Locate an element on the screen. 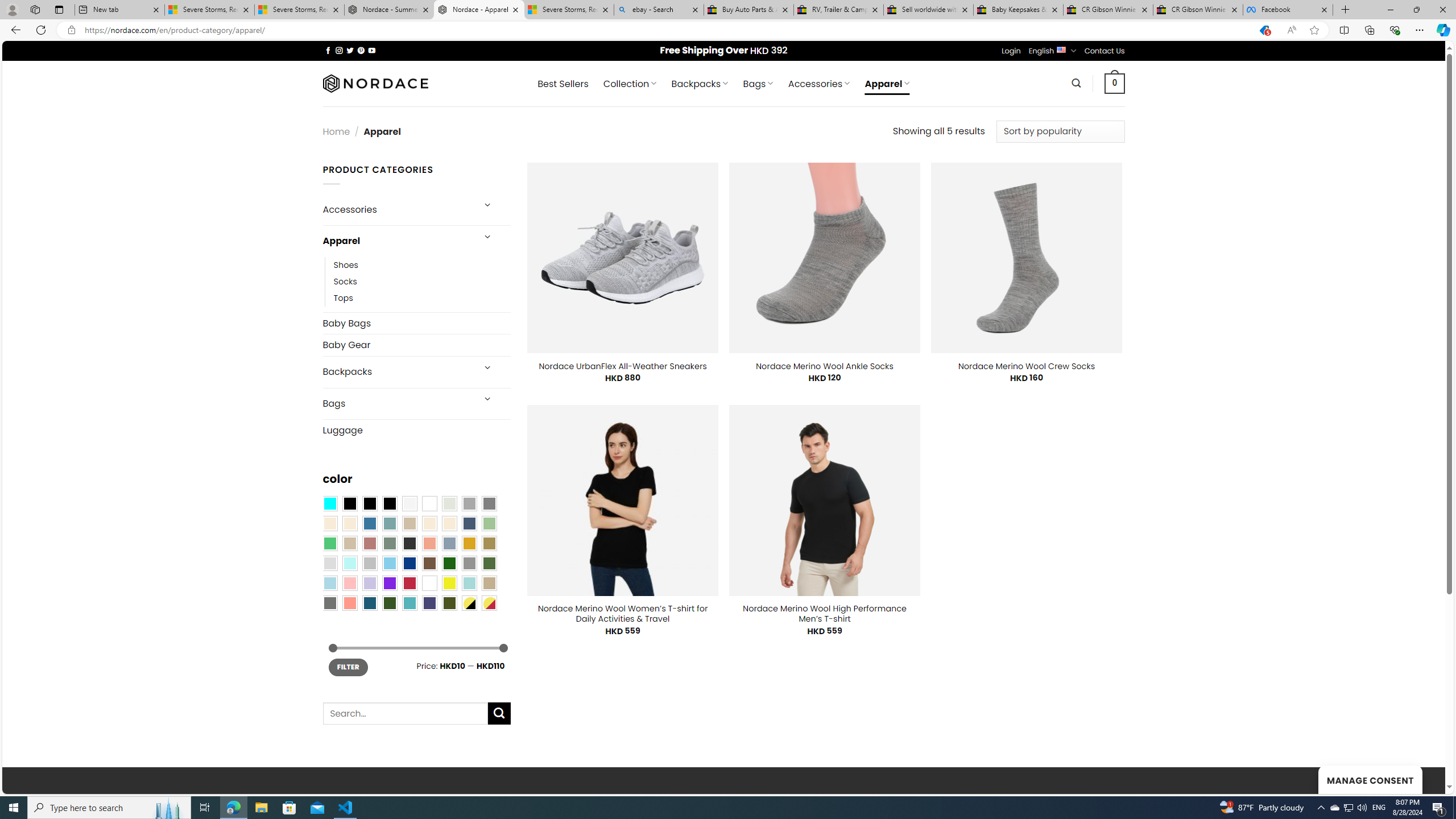 The width and height of the screenshot is (1456, 819). 'Buy Auto Parts & Accessories | eBay' is located at coordinates (747, 9).